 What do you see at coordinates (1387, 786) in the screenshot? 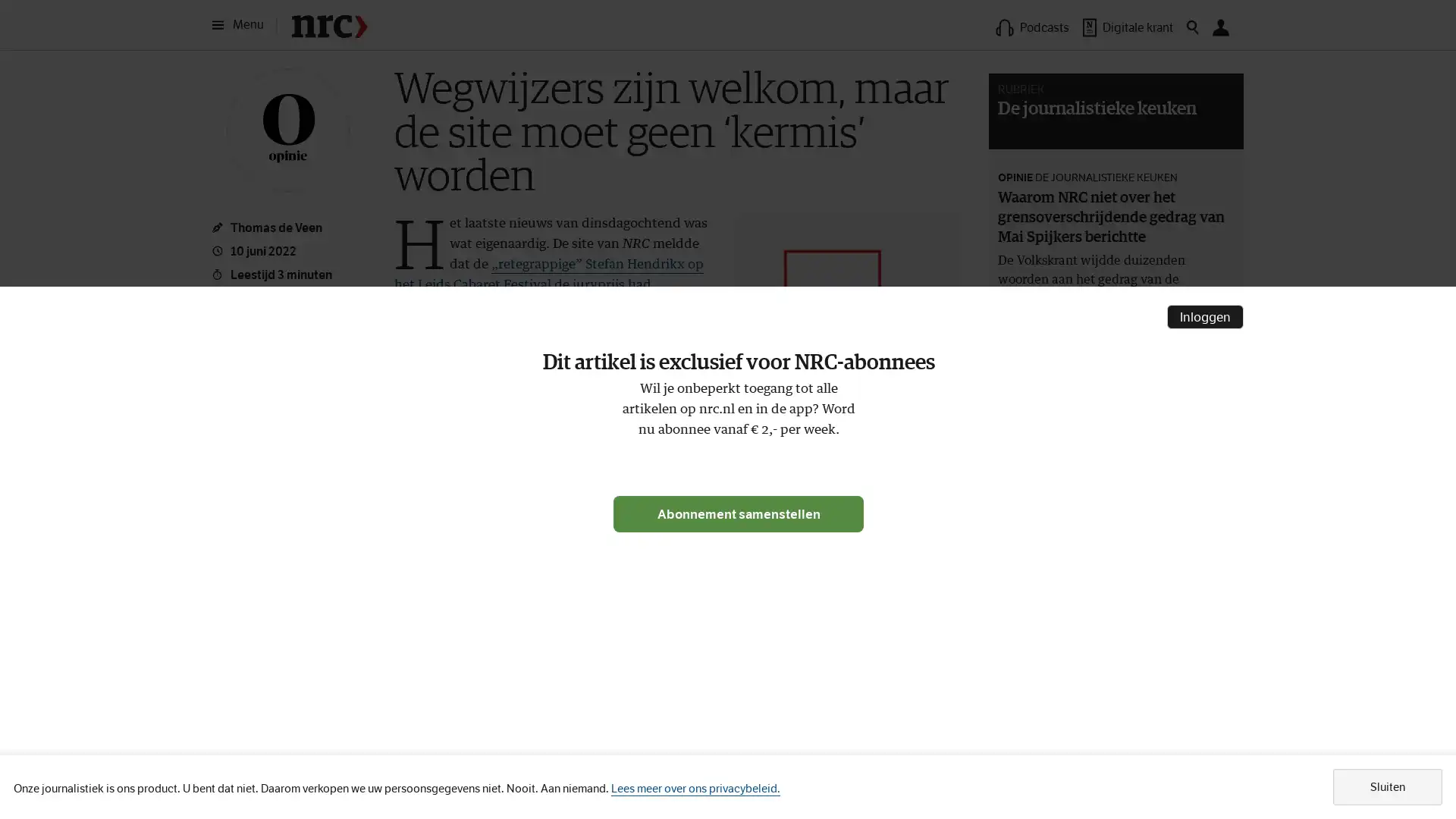
I see `Sluiten` at bounding box center [1387, 786].